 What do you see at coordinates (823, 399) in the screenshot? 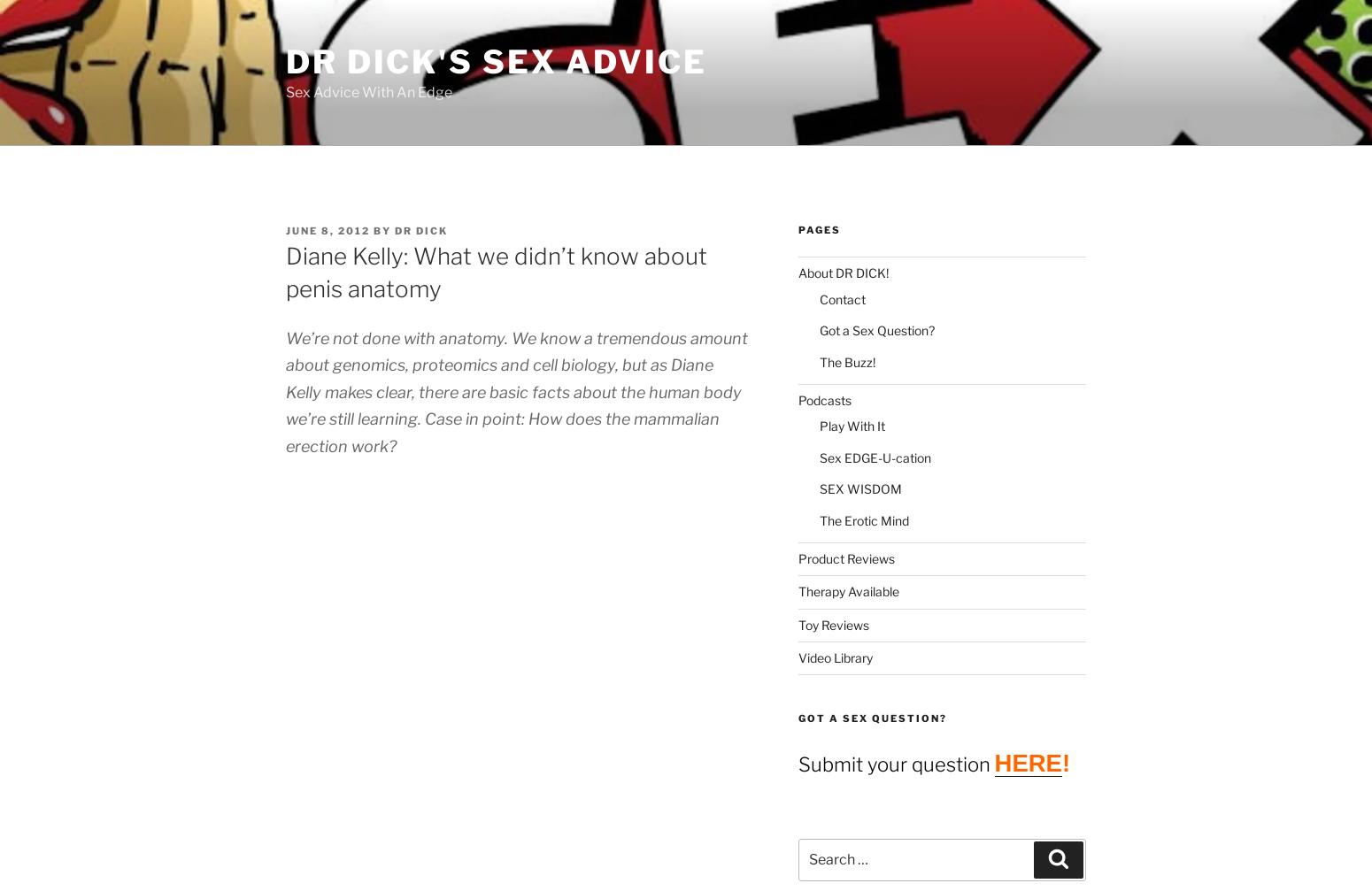
I see `'Podcasts'` at bounding box center [823, 399].